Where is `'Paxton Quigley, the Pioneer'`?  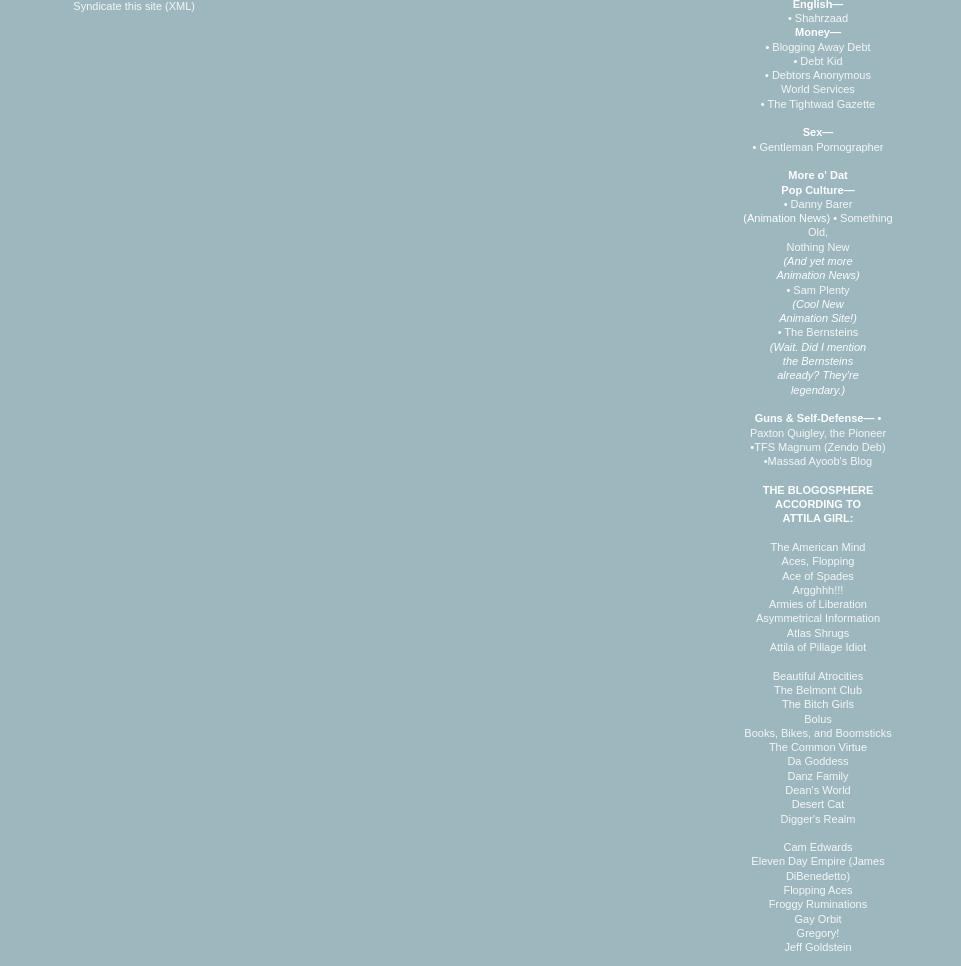 'Paxton Quigley, the Pioneer' is located at coordinates (748, 430).